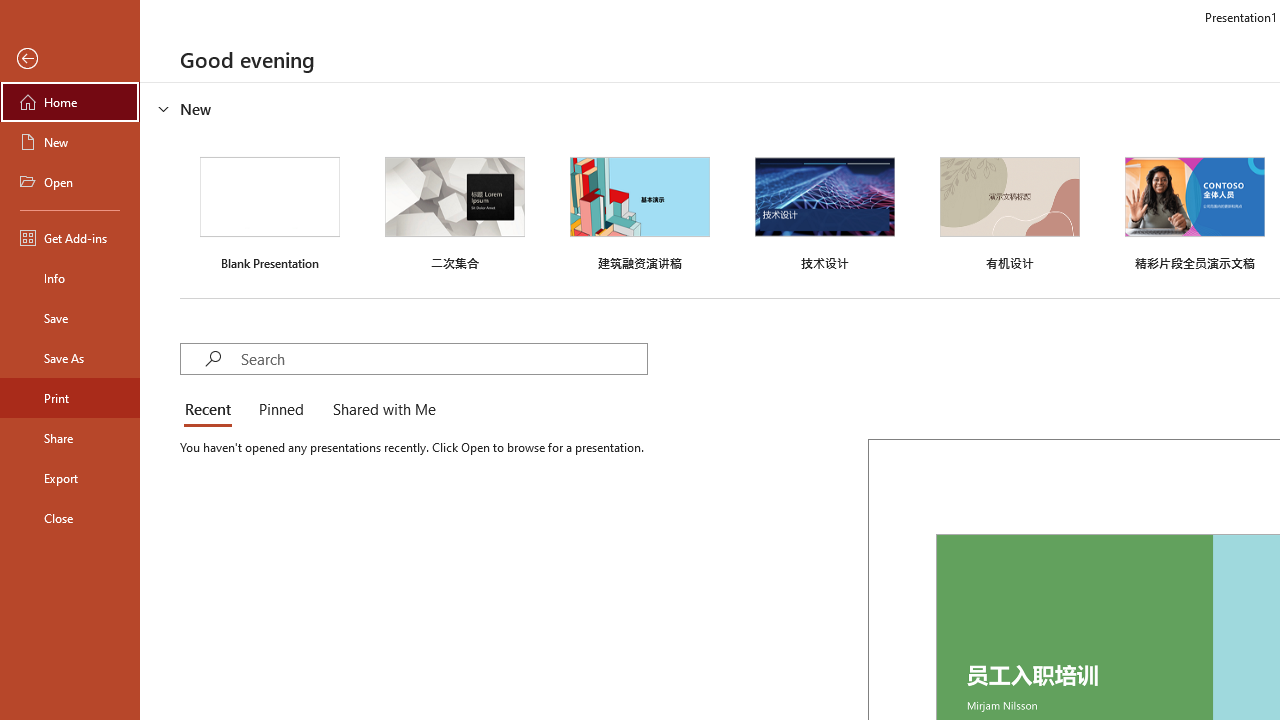 The width and height of the screenshot is (1280, 720). Describe the element at coordinates (69, 101) in the screenshot. I see `'Home'` at that location.